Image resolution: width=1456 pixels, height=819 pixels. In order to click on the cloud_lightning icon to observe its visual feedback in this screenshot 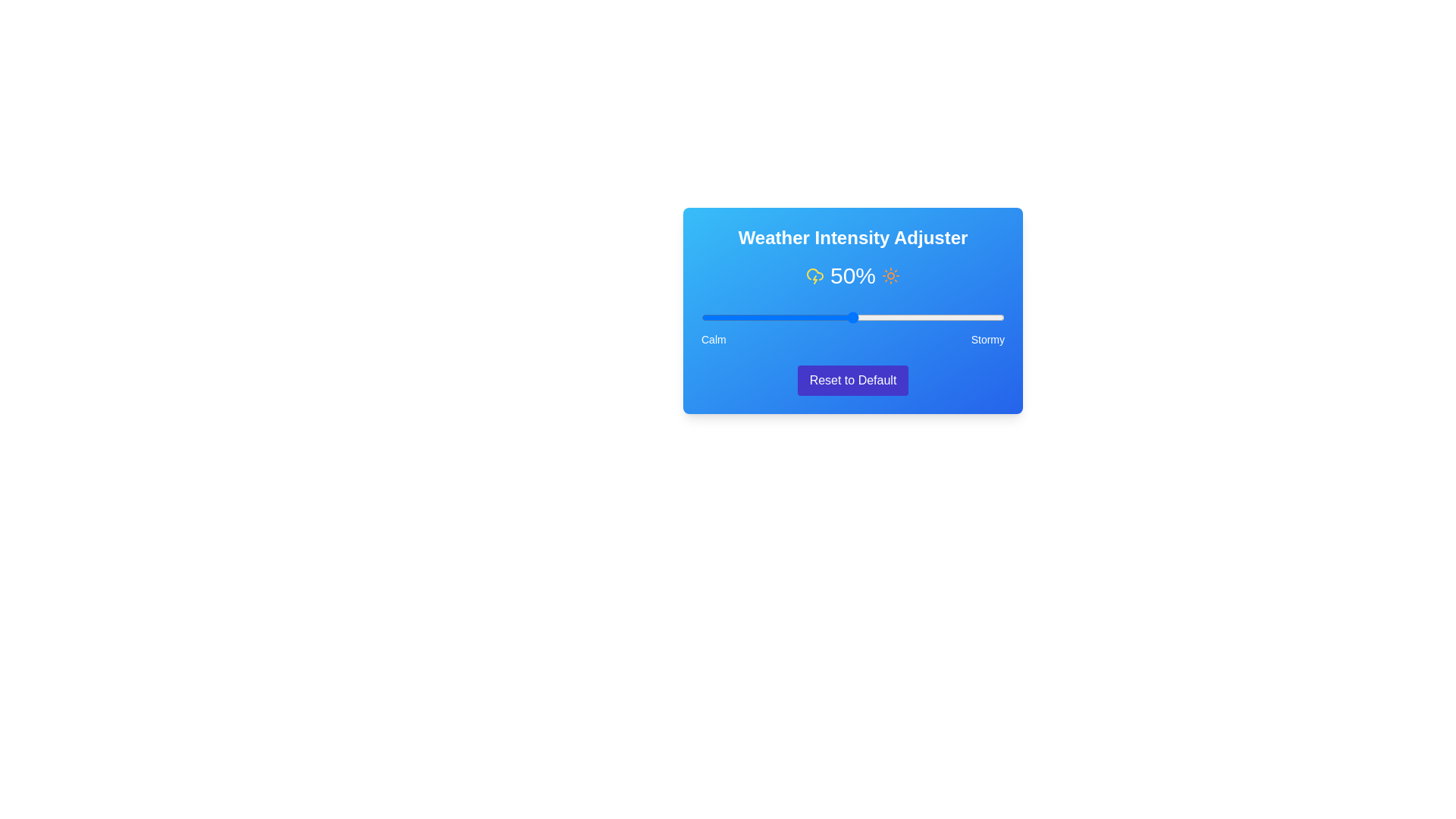, I will do `click(814, 275)`.